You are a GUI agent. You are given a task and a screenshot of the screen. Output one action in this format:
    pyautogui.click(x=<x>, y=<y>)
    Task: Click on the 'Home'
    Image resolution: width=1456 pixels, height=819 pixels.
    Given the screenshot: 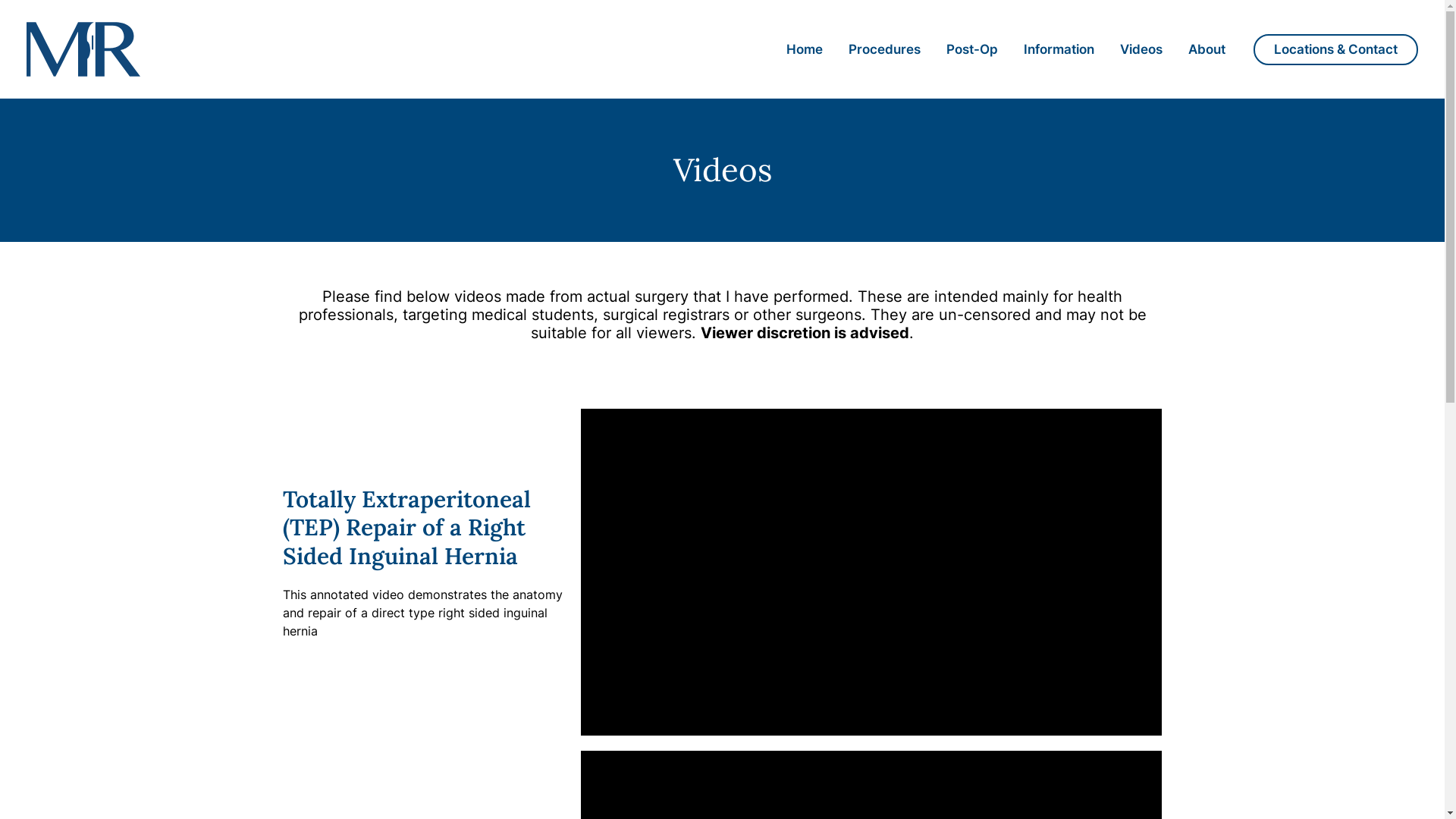 What is the action you would take?
    pyautogui.click(x=773, y=49)
    